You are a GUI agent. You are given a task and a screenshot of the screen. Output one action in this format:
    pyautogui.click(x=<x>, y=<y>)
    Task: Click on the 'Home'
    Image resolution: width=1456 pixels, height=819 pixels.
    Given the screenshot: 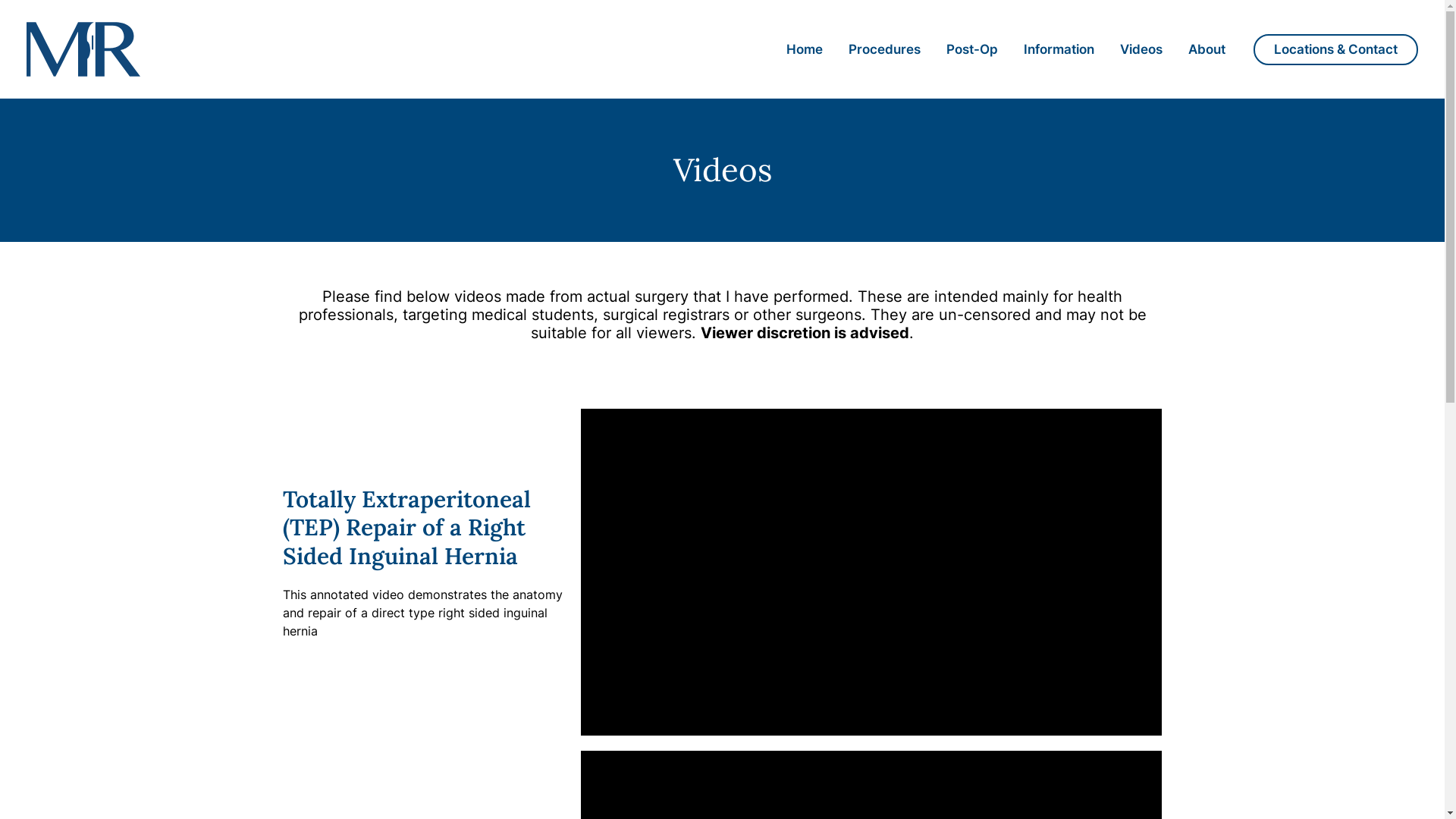 What is the action you would take?
    pyautogui.click(x=773, y=49)
    